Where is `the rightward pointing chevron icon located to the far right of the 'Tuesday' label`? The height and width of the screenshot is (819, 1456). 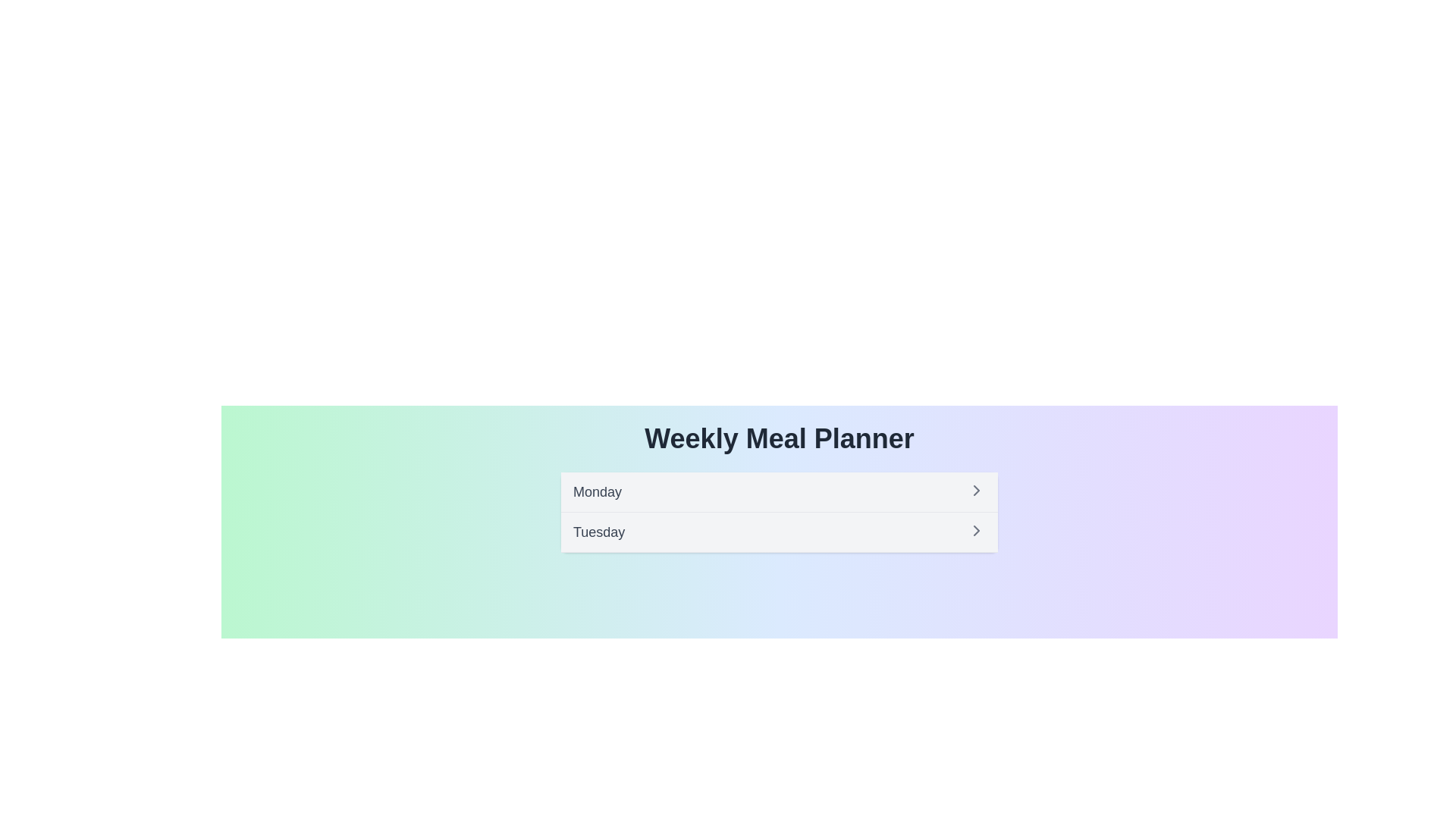 the rightward pointing chevron icon located to the far right of the 'Tuesday' label is located at coordinates (976, 529).